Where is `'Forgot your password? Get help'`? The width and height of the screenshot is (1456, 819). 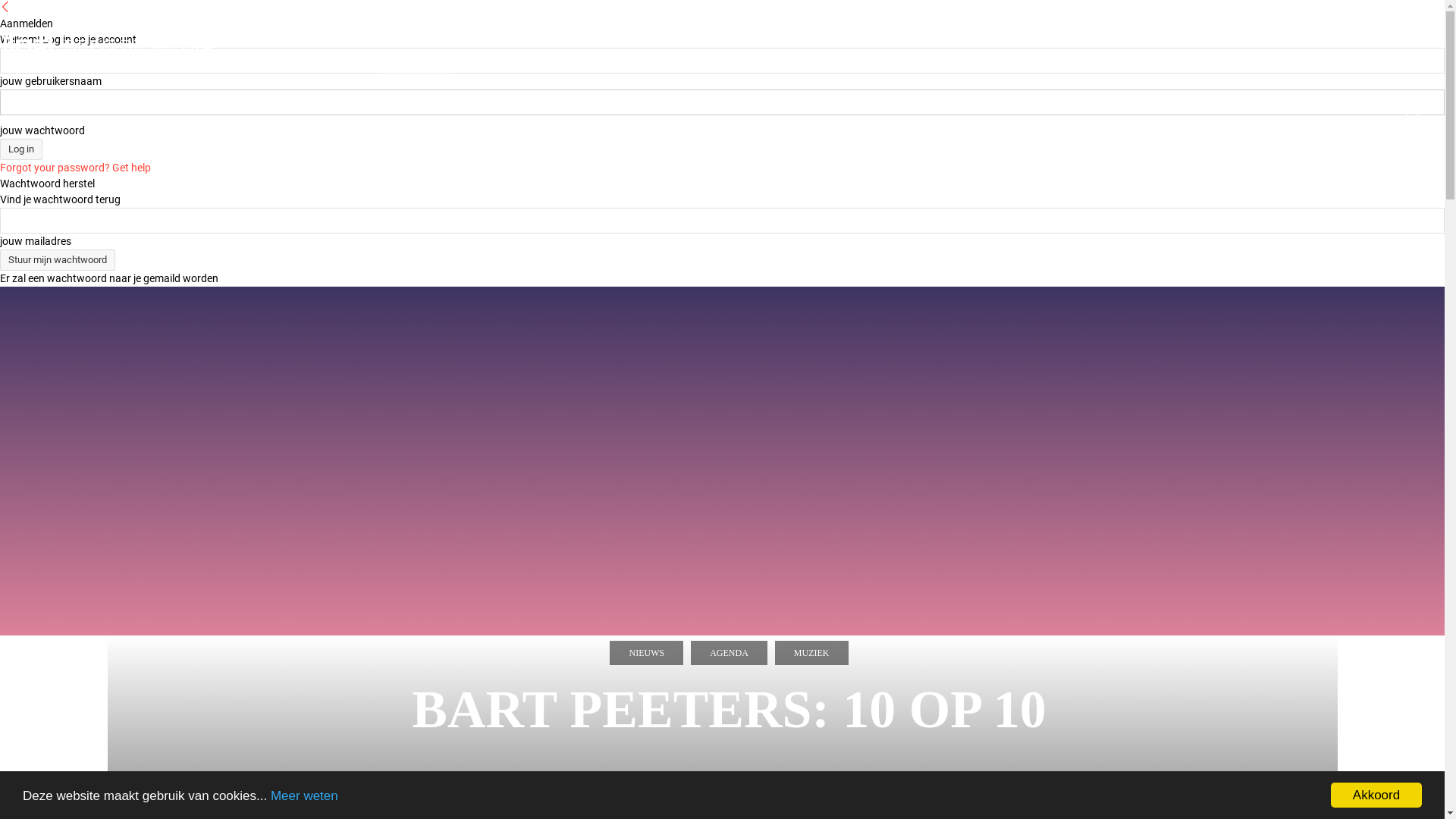 'Forgot your password? Get help' is located at coordinates (74, 167).